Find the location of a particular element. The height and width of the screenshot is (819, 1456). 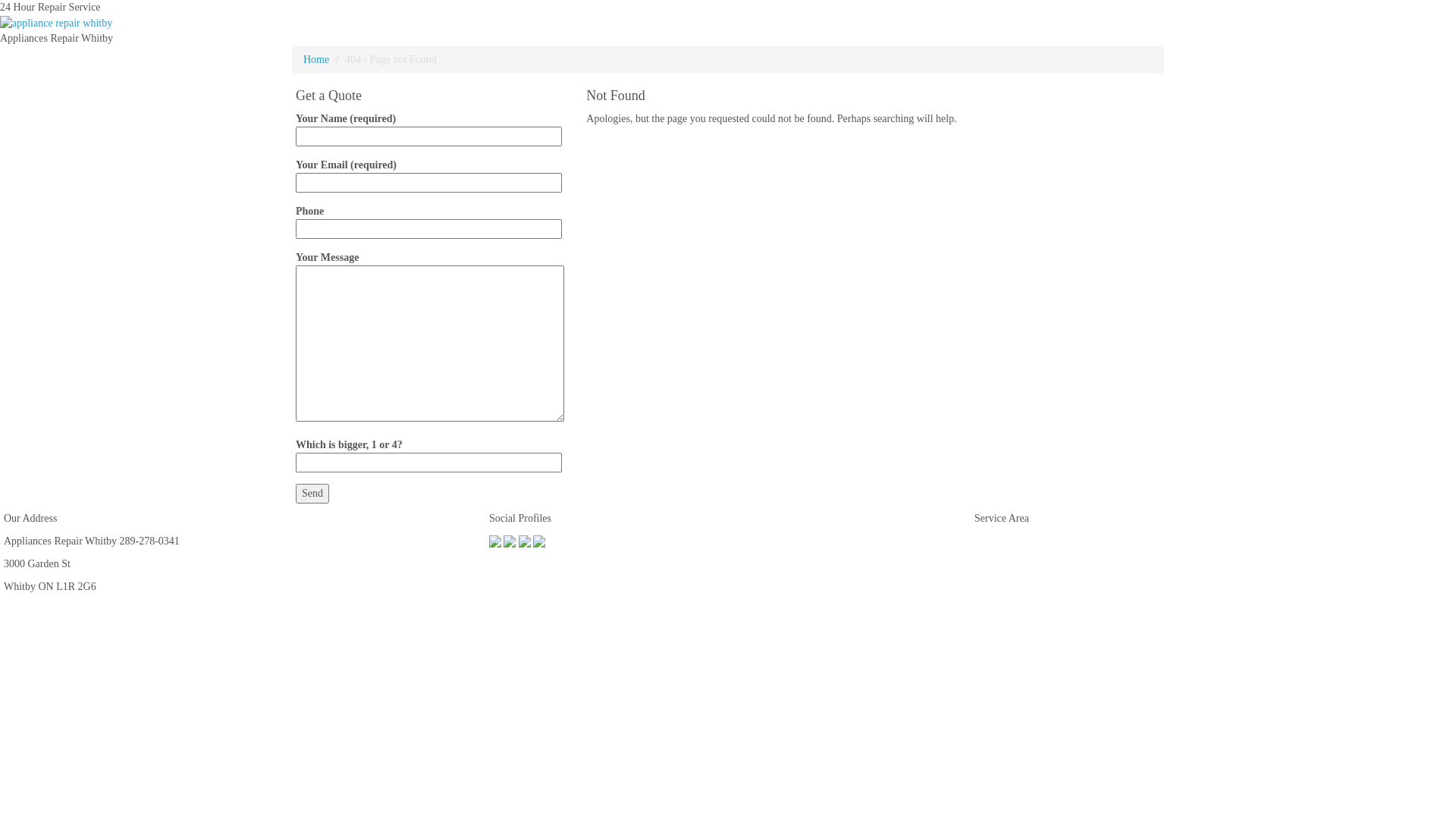

'Home' is located at coordinates (303, 58).